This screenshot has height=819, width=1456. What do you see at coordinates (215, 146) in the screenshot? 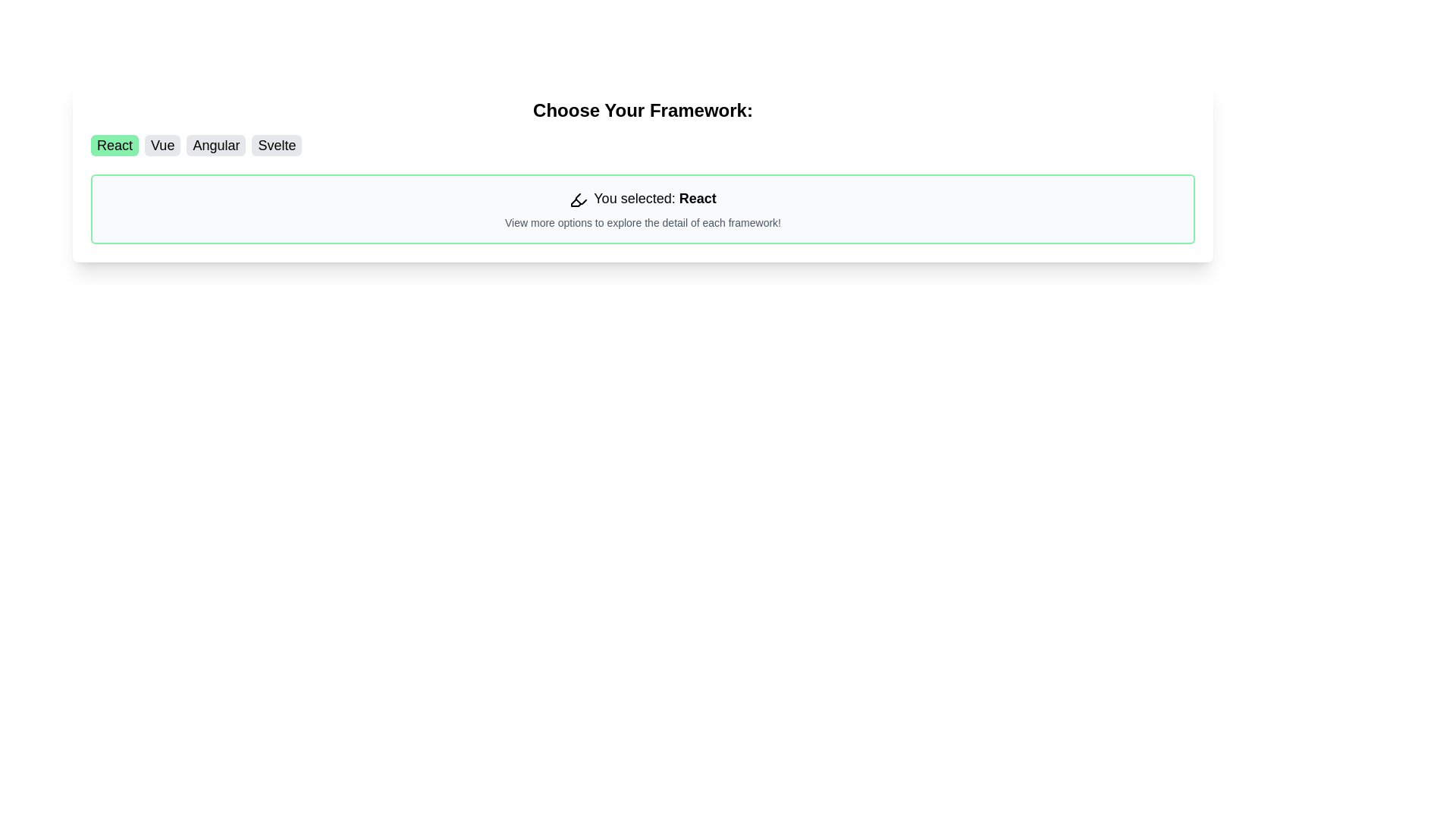
I see `the third button labeled 'Angular' in the horizontal selection interface` at bounding box center [215, 146].